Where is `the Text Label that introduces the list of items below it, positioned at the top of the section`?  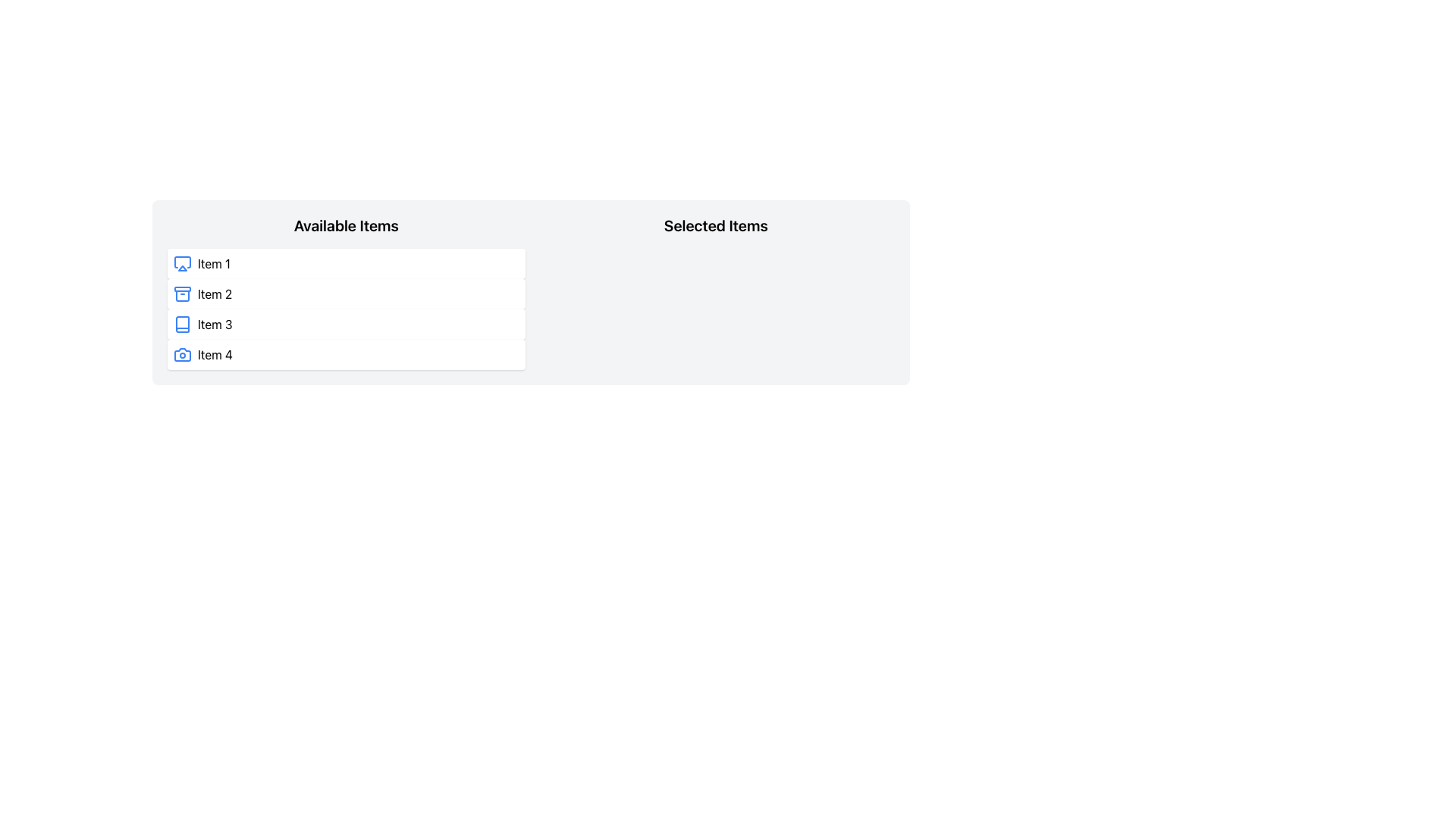 the Text Label that introduces the list of items below it, positioned at the top of the section is located at coordinates (345, 225).